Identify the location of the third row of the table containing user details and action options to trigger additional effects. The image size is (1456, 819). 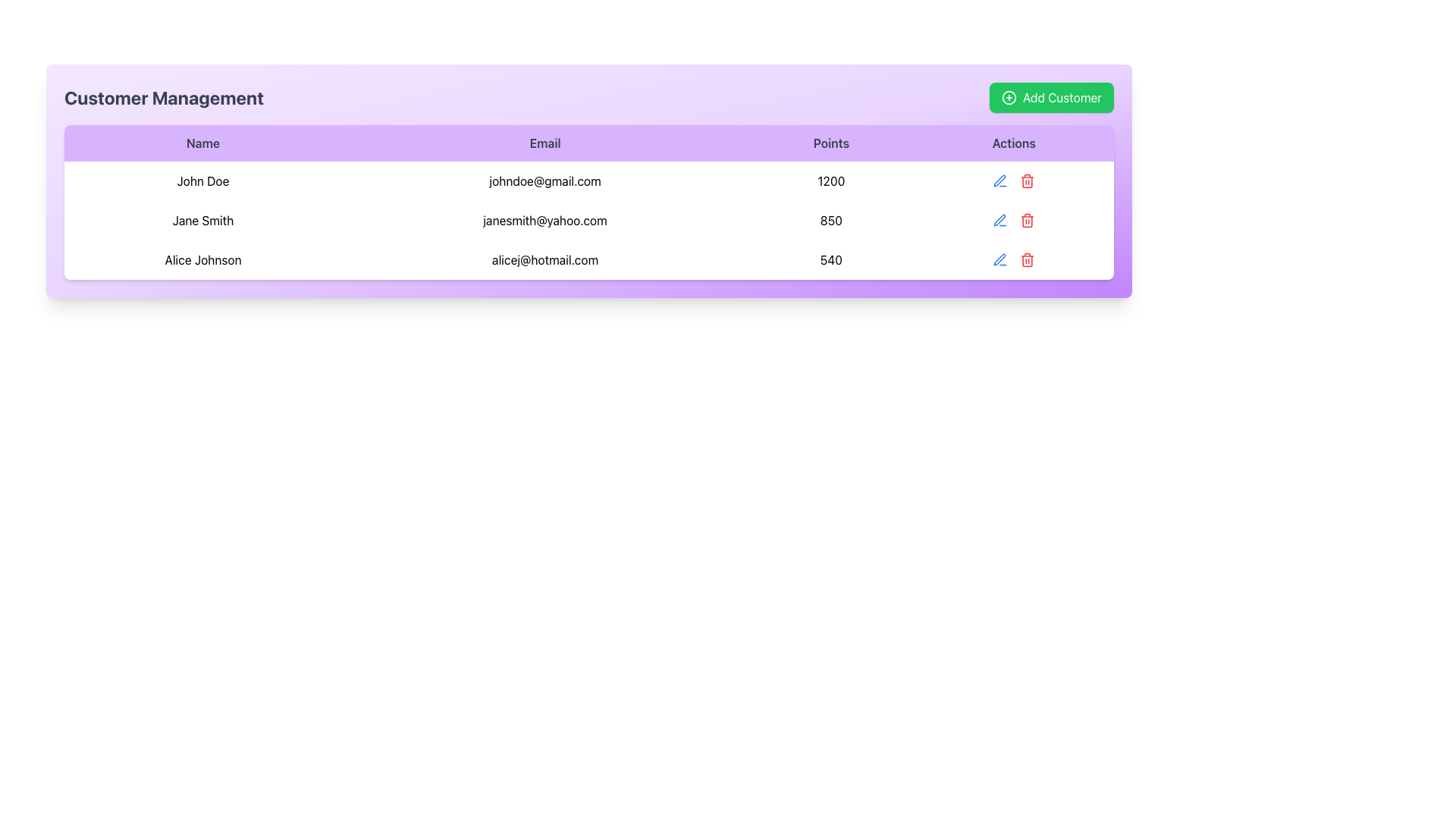
(588, 259).